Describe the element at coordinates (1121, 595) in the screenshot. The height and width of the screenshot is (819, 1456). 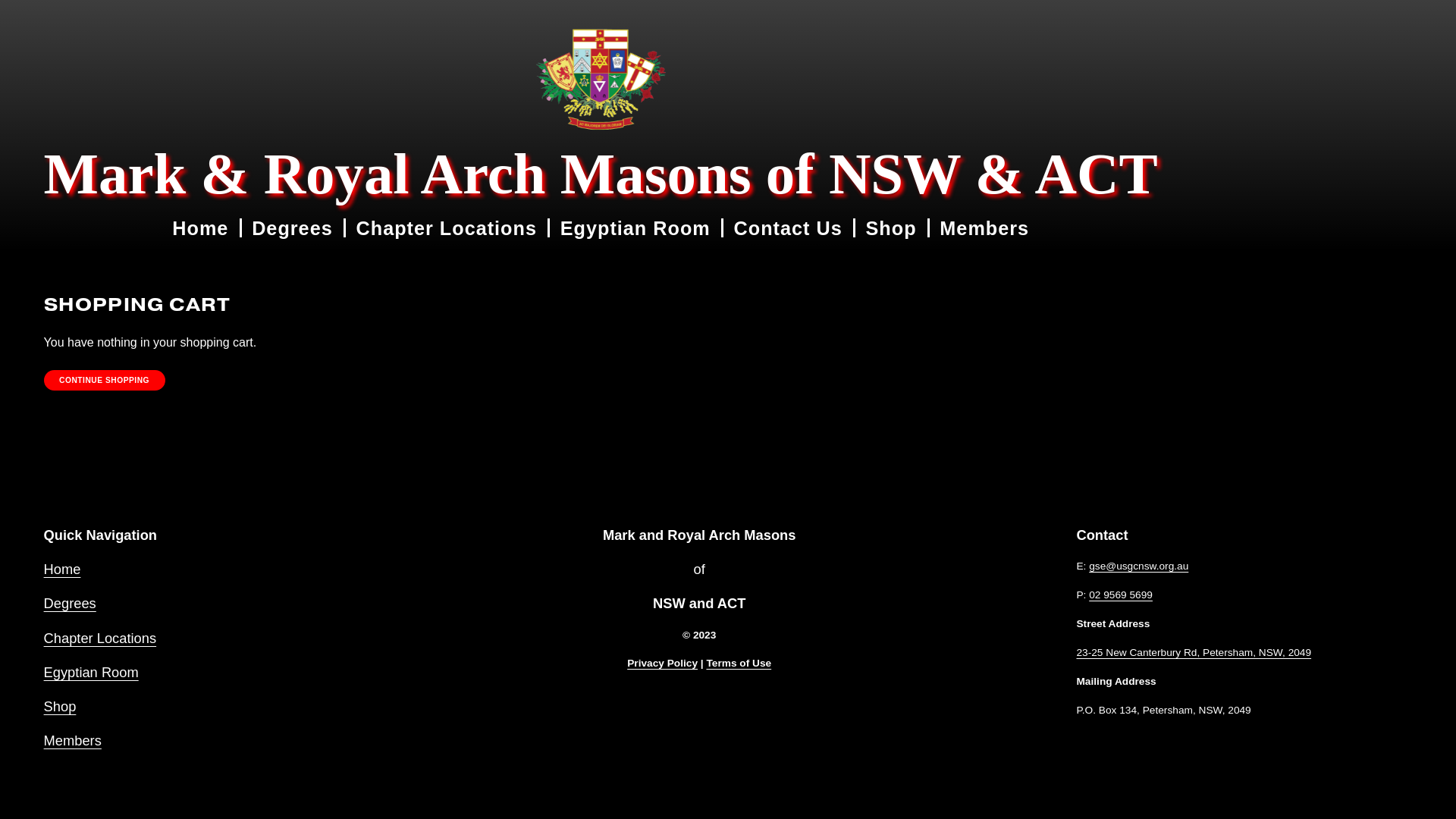
I see `'02 9569 5699'` at that location.